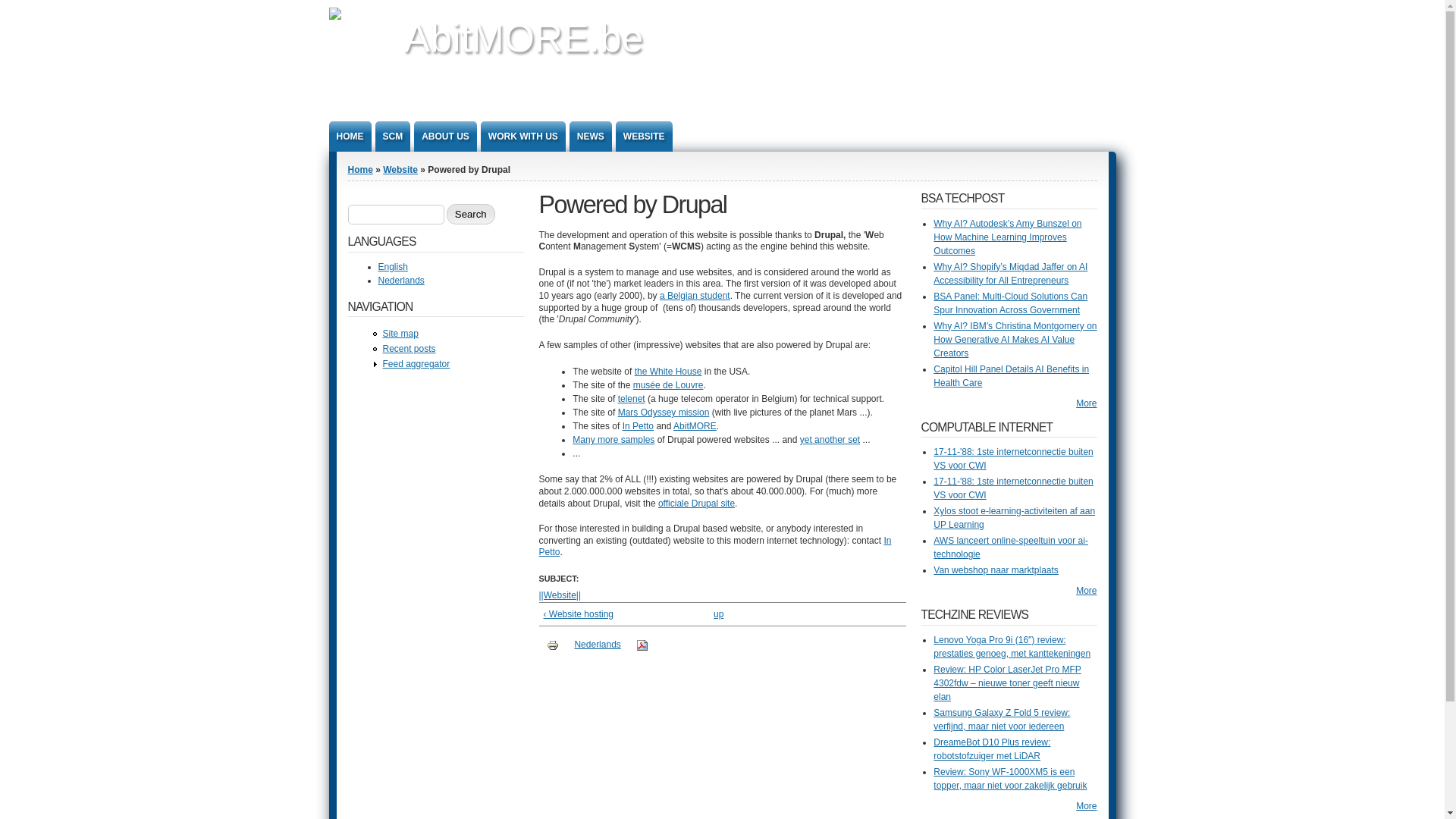  Describe the element at coordinates (642, 645) in the screenshot. I see `'PDF version'` at that location.